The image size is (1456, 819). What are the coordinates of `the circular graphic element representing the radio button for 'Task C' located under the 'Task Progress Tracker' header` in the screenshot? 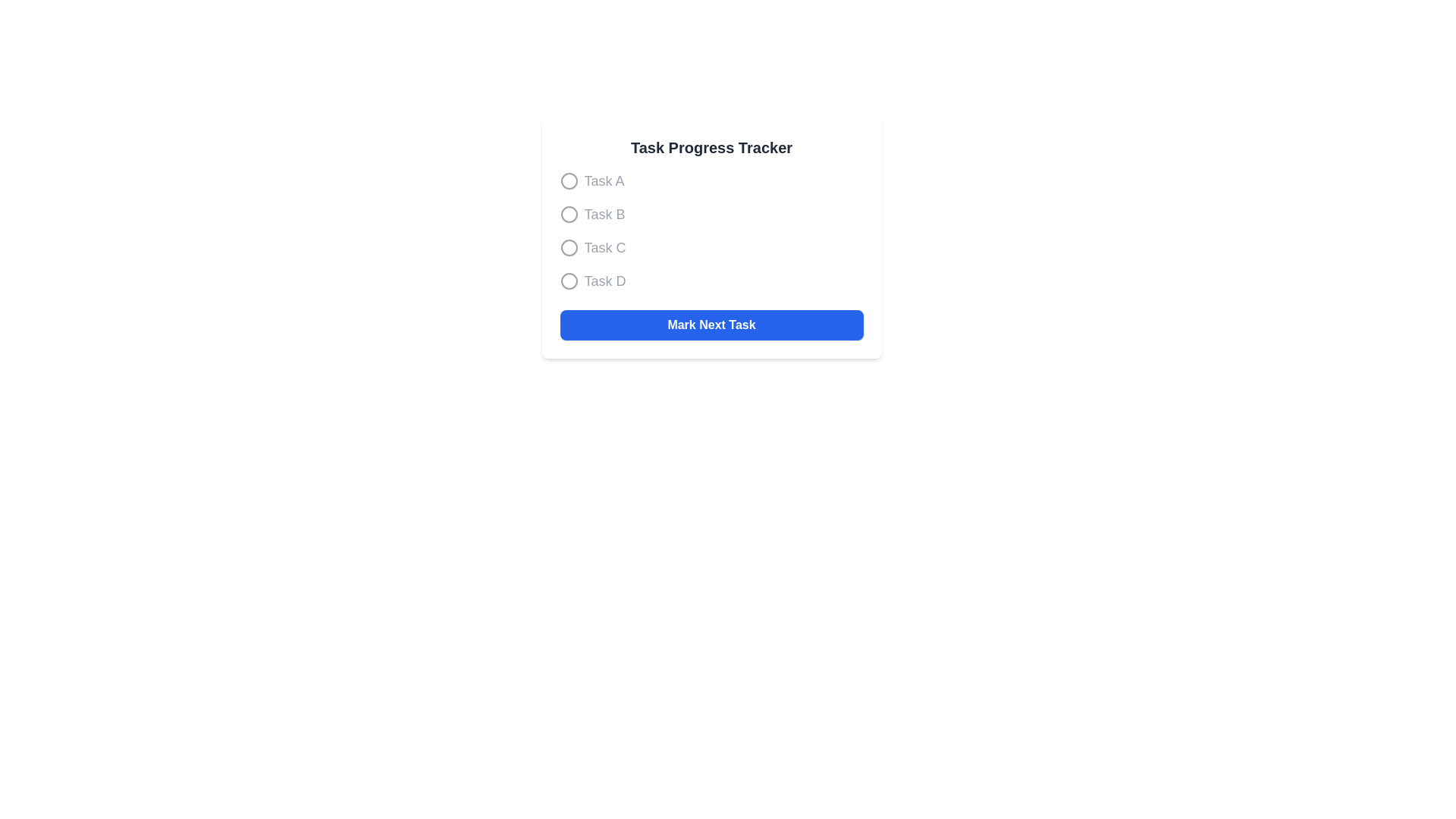 It's located at (568, 247).